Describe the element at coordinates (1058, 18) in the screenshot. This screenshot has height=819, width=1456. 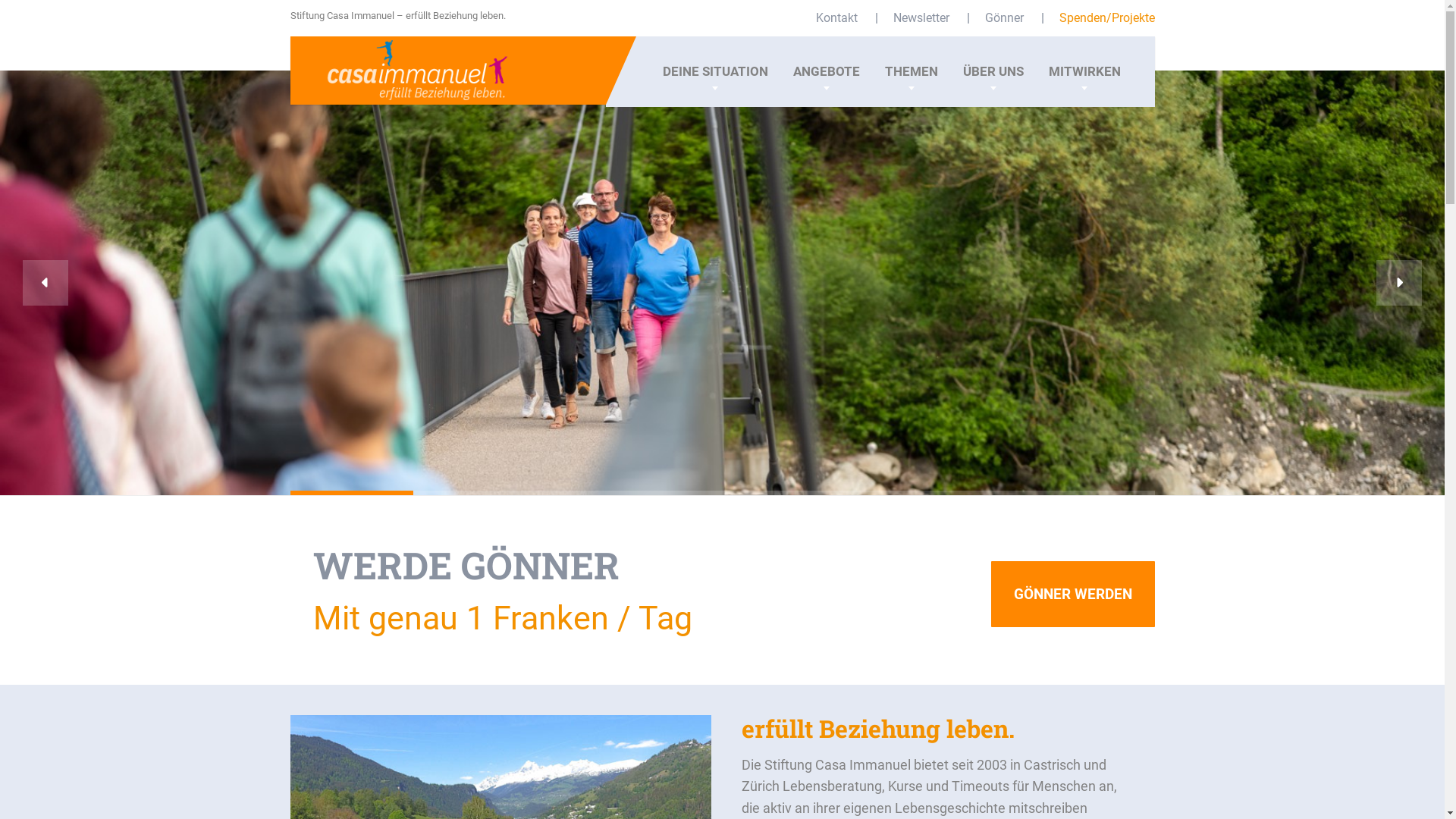
I see `'Spenden/Projekte'` at that location.